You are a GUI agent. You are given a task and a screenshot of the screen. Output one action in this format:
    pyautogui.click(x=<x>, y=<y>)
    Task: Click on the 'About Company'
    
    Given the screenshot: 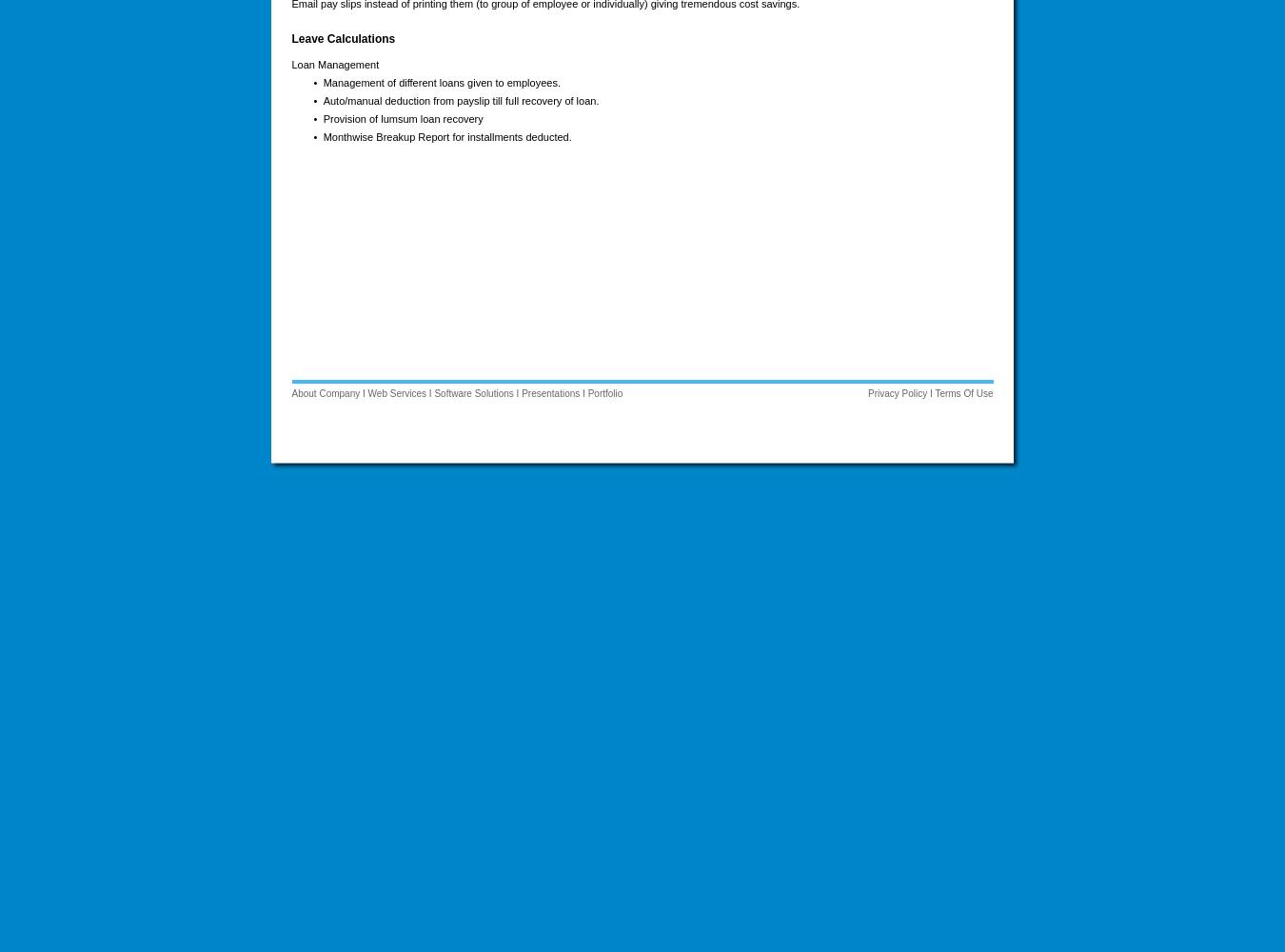 What is the action you would take?
    pyautogui.click(x=325, y=393)
    